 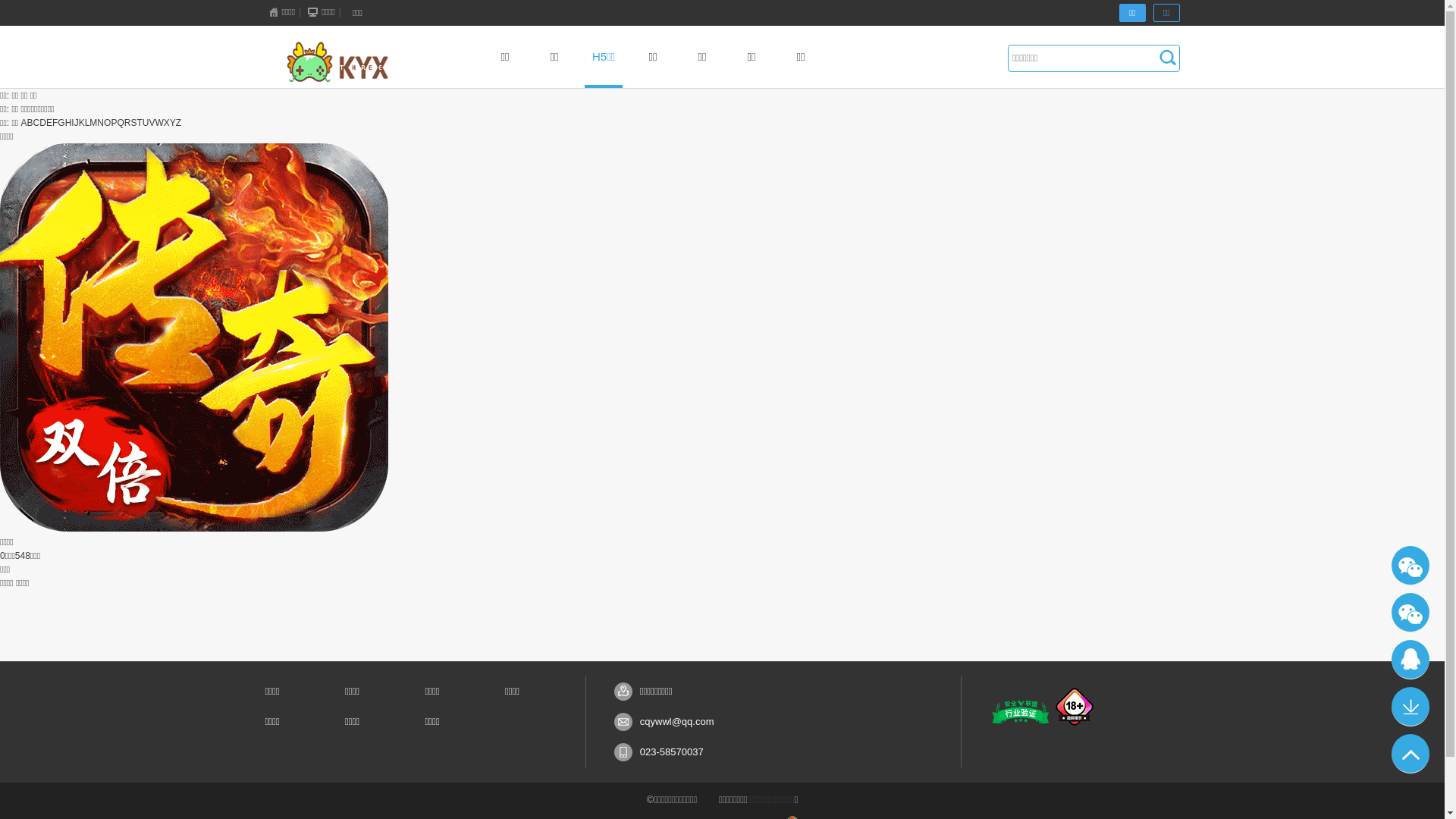 I want to click on 'R', so click(x=127, y=122).